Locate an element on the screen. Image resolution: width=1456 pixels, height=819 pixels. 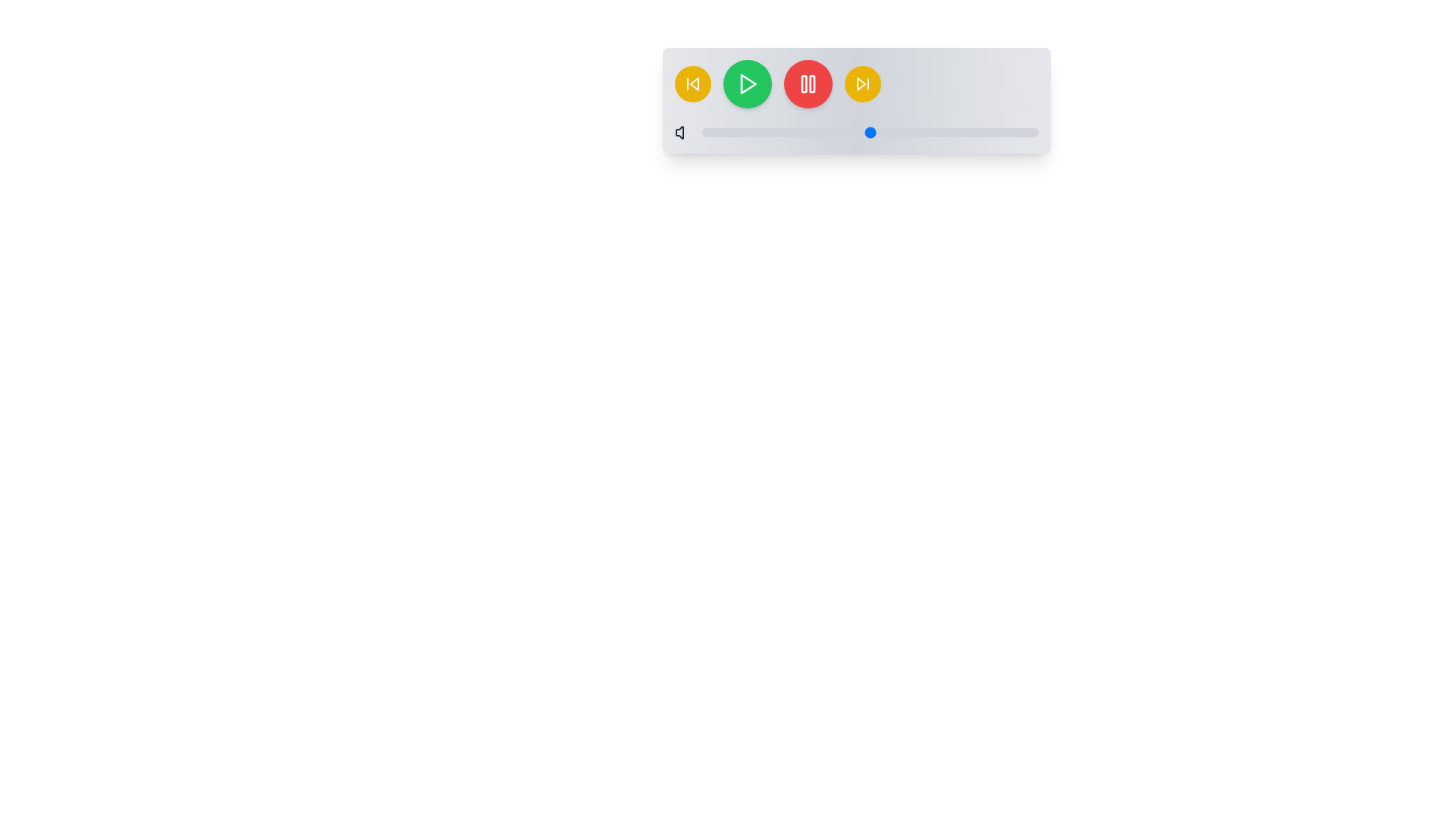
the second vertical rectangle of the pause button icon in the multimedia control interface, which is the third circular red button in a row of four is located at coordinates (811, 84).